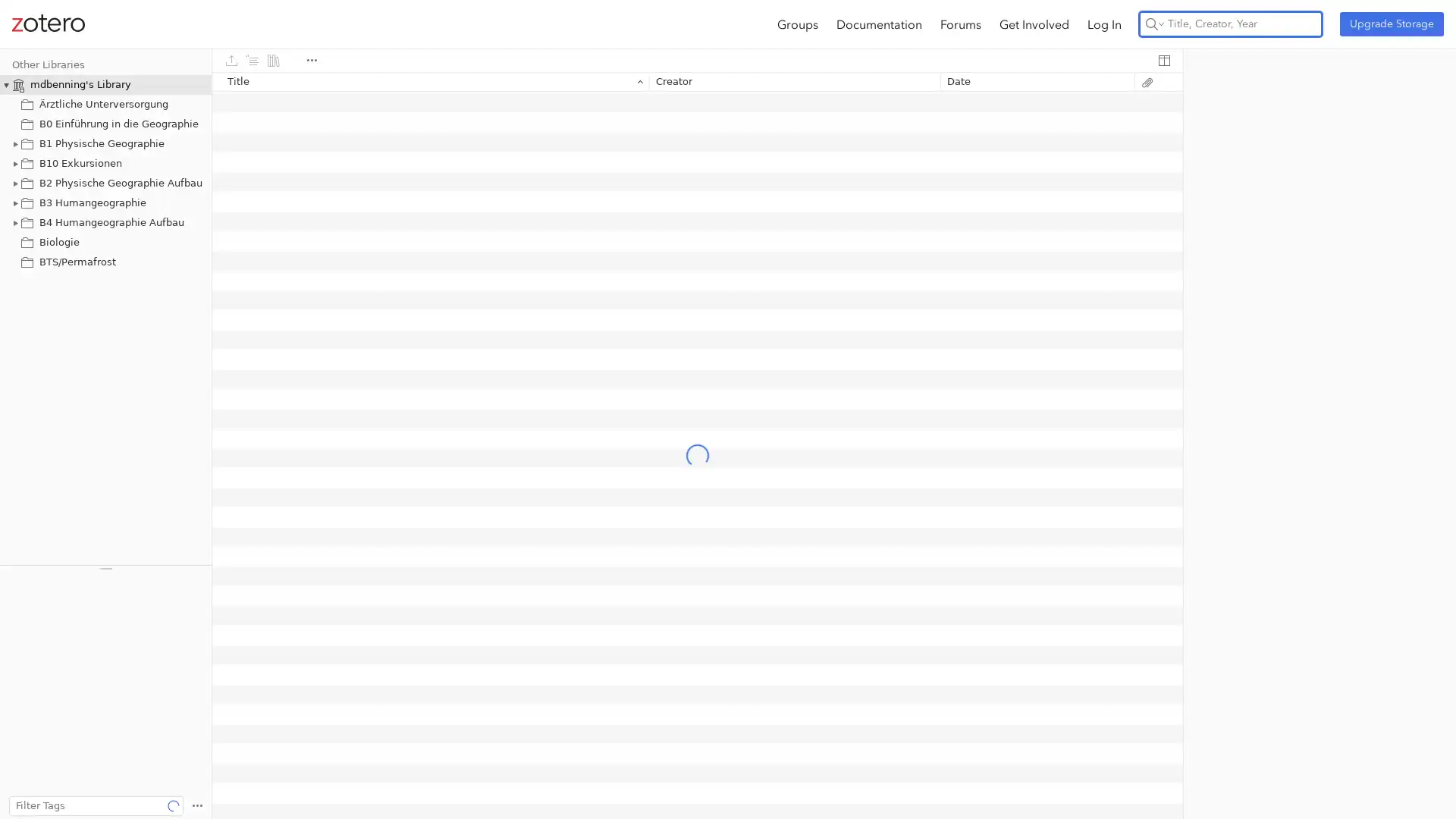 This screenshot has height=819, width=1456. I want to click on cultural landscape, so click(78, 681).